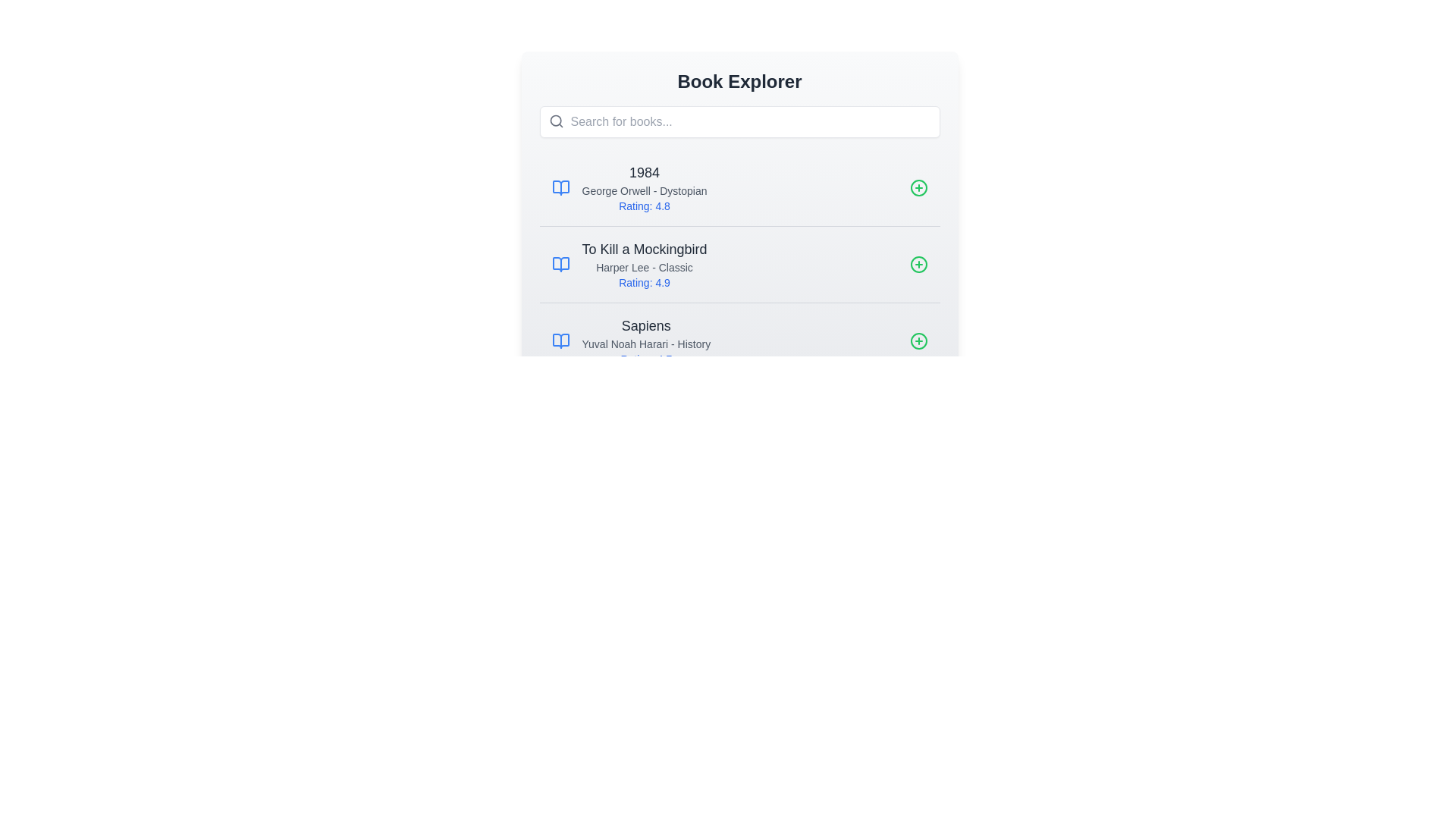  What do you see at coordinates (555, 120) in the screenshot?
I see `the decorative search icon located at the top-left corner of the search input field, which visually represents the concept of searching` at bounding box center [555, 120].